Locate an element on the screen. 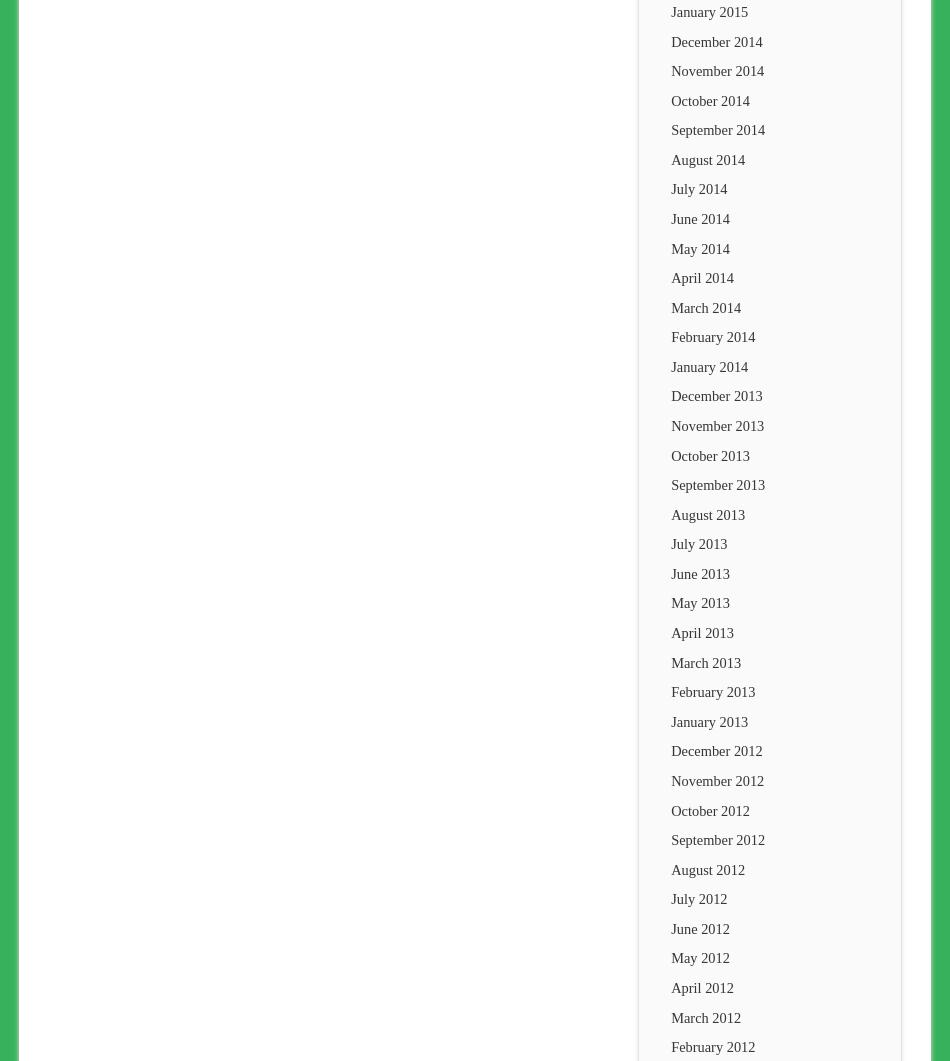  'September 2012' is located at coordinates (670, 839).